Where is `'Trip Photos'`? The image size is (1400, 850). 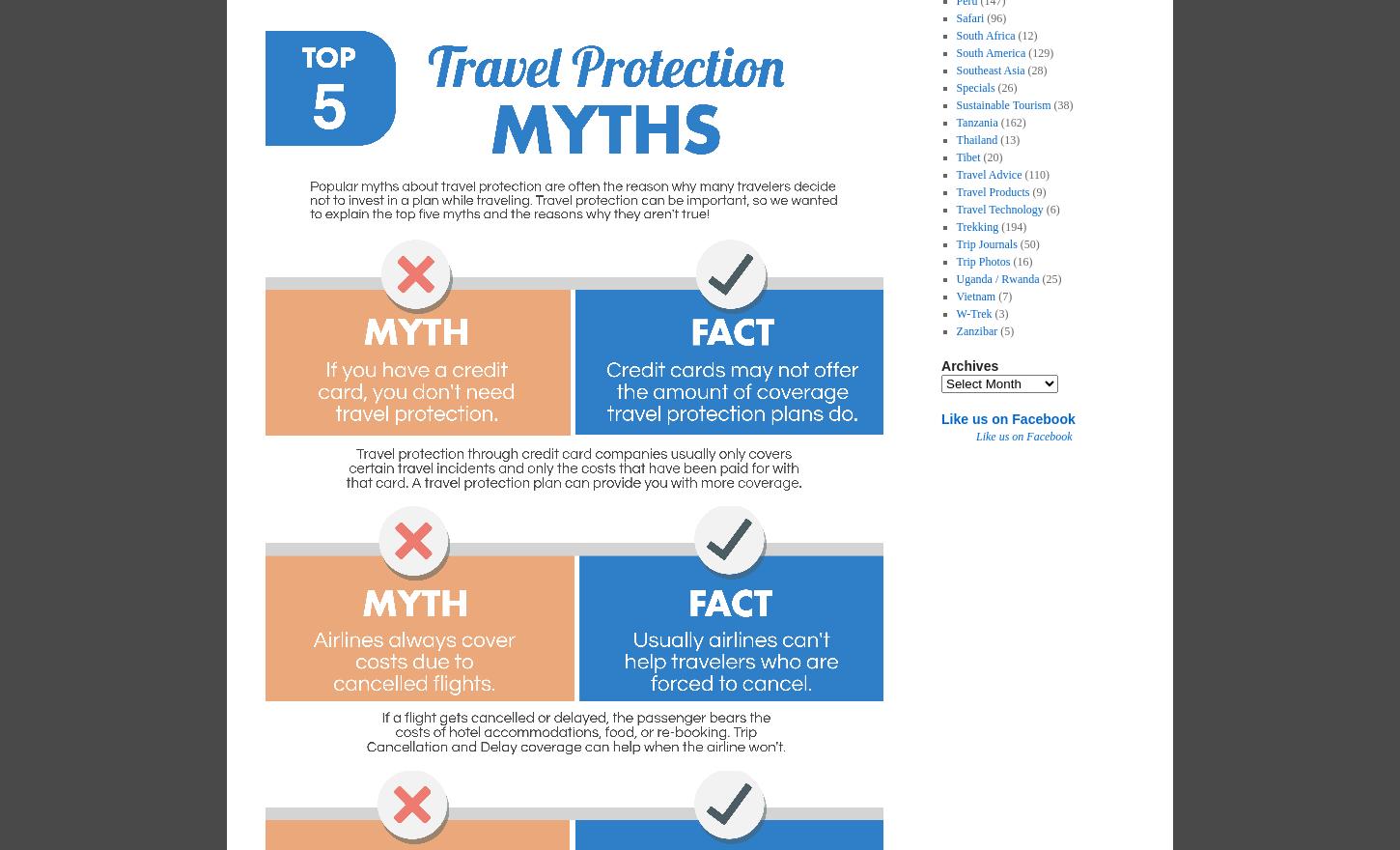
'Trip Photos' is located at coordinates (983, 262).